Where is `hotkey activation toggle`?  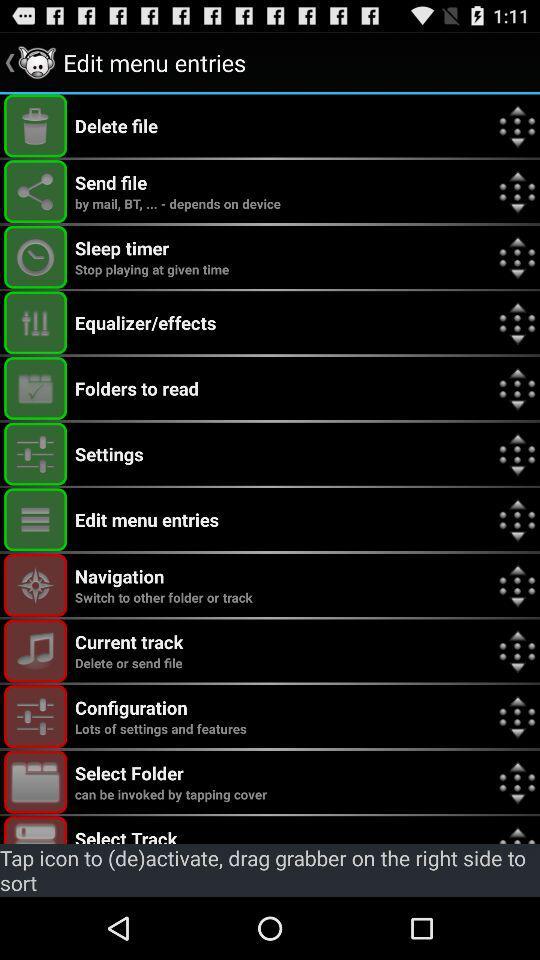 hotkey activation toggle is located at coordinates (35, 782).